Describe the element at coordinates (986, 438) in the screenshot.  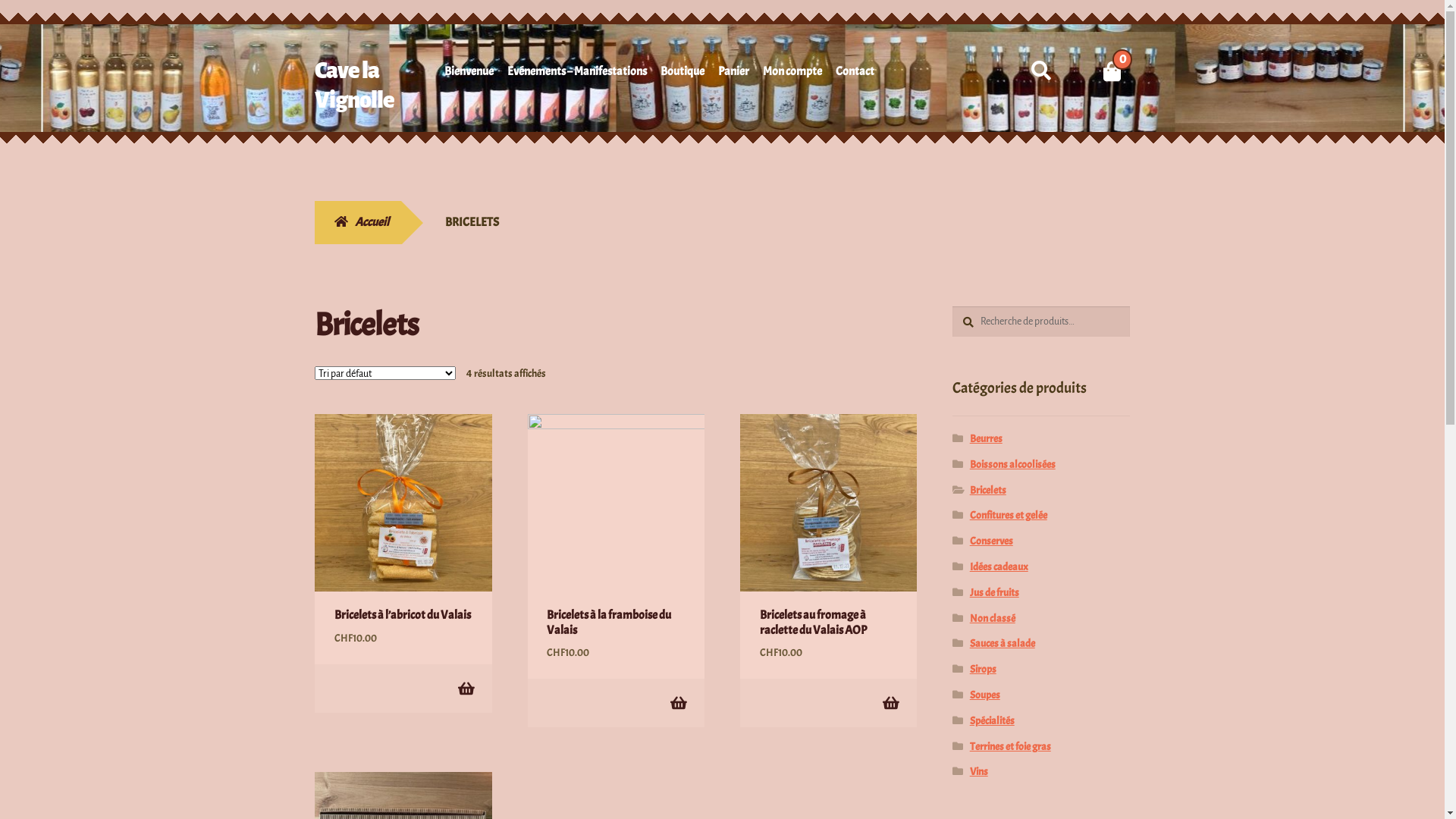
I see `'Beurres'` at that location.